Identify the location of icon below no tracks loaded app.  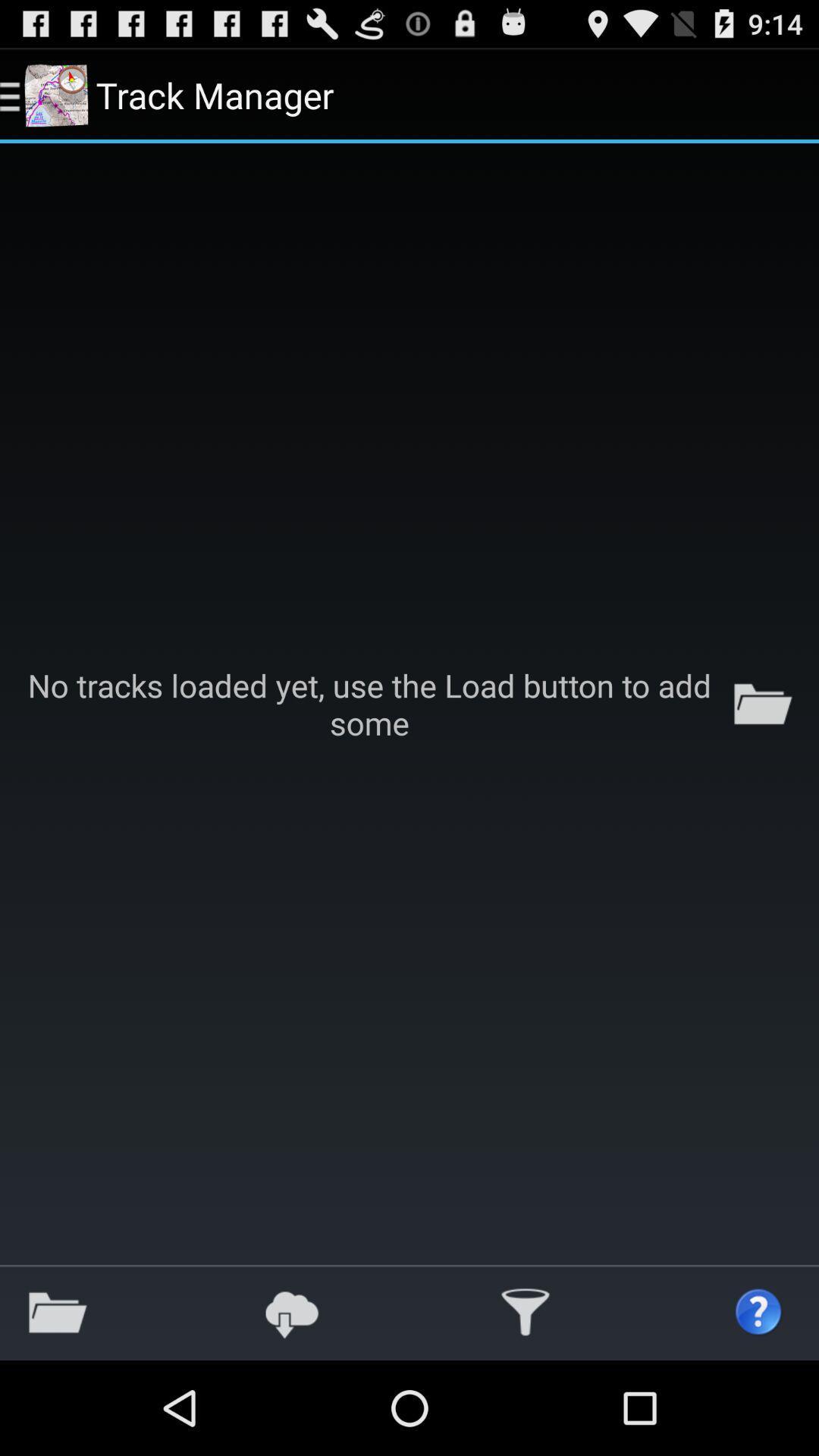
(57, 1312).